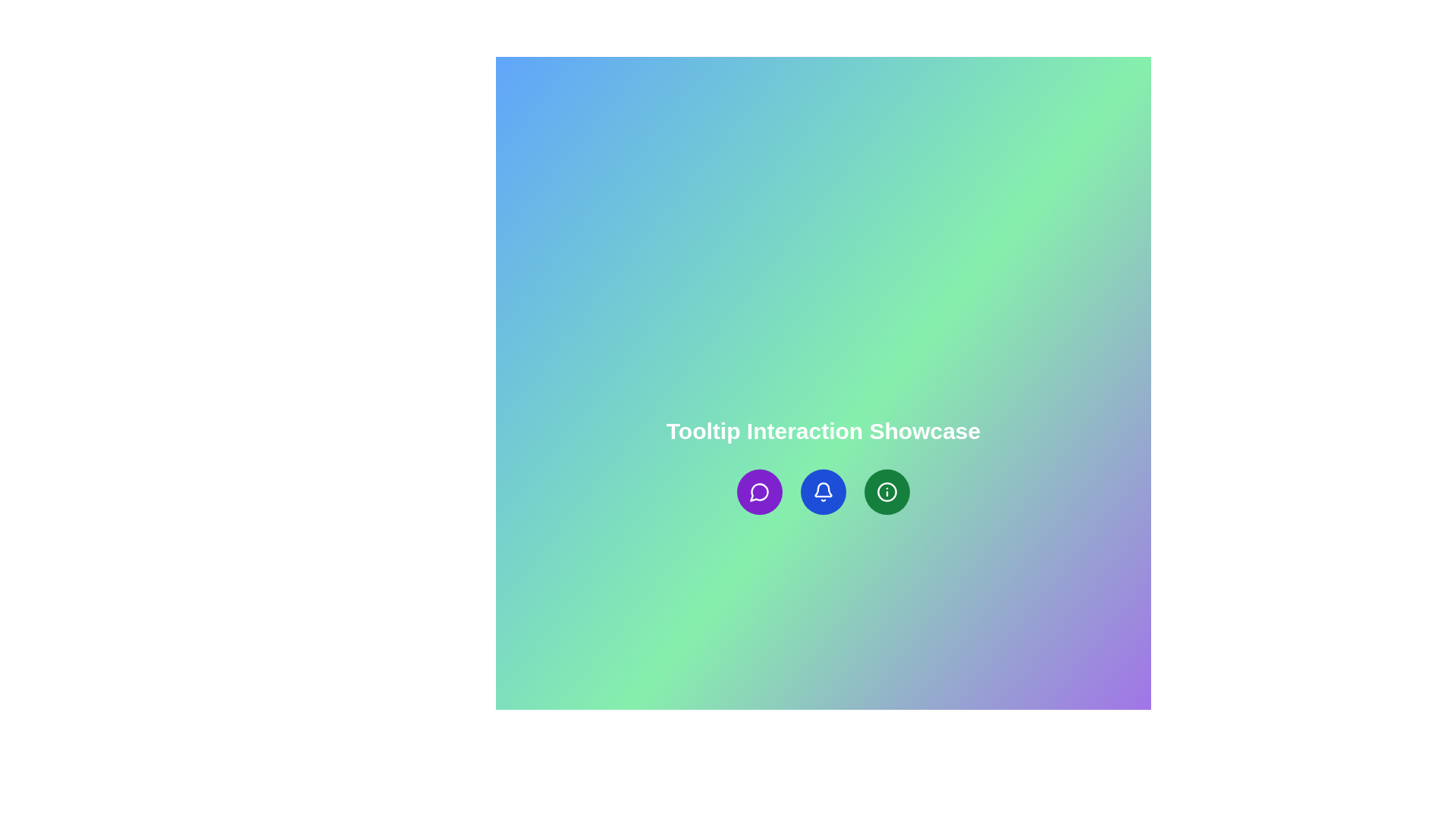 The width and height of the screenshot is (1456, 819). What do you see at coordinates (887, 491) in the screenshot?
I see `the third button in the horizontal row, which displays informational content` at bounding box center [887, 491].